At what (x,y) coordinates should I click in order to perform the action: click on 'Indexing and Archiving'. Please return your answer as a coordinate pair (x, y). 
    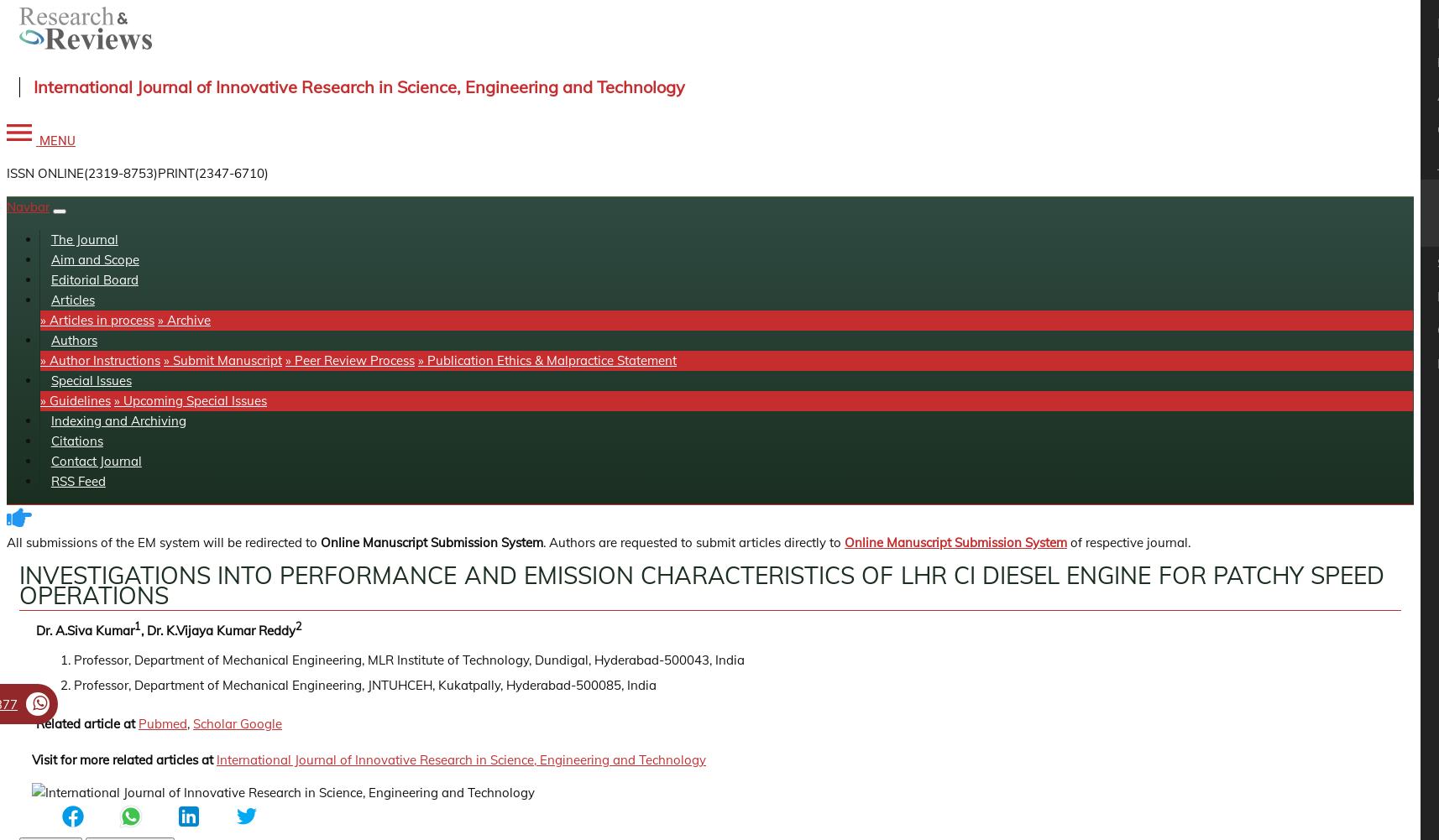
    Looking at the image, I should click on (117, 420).